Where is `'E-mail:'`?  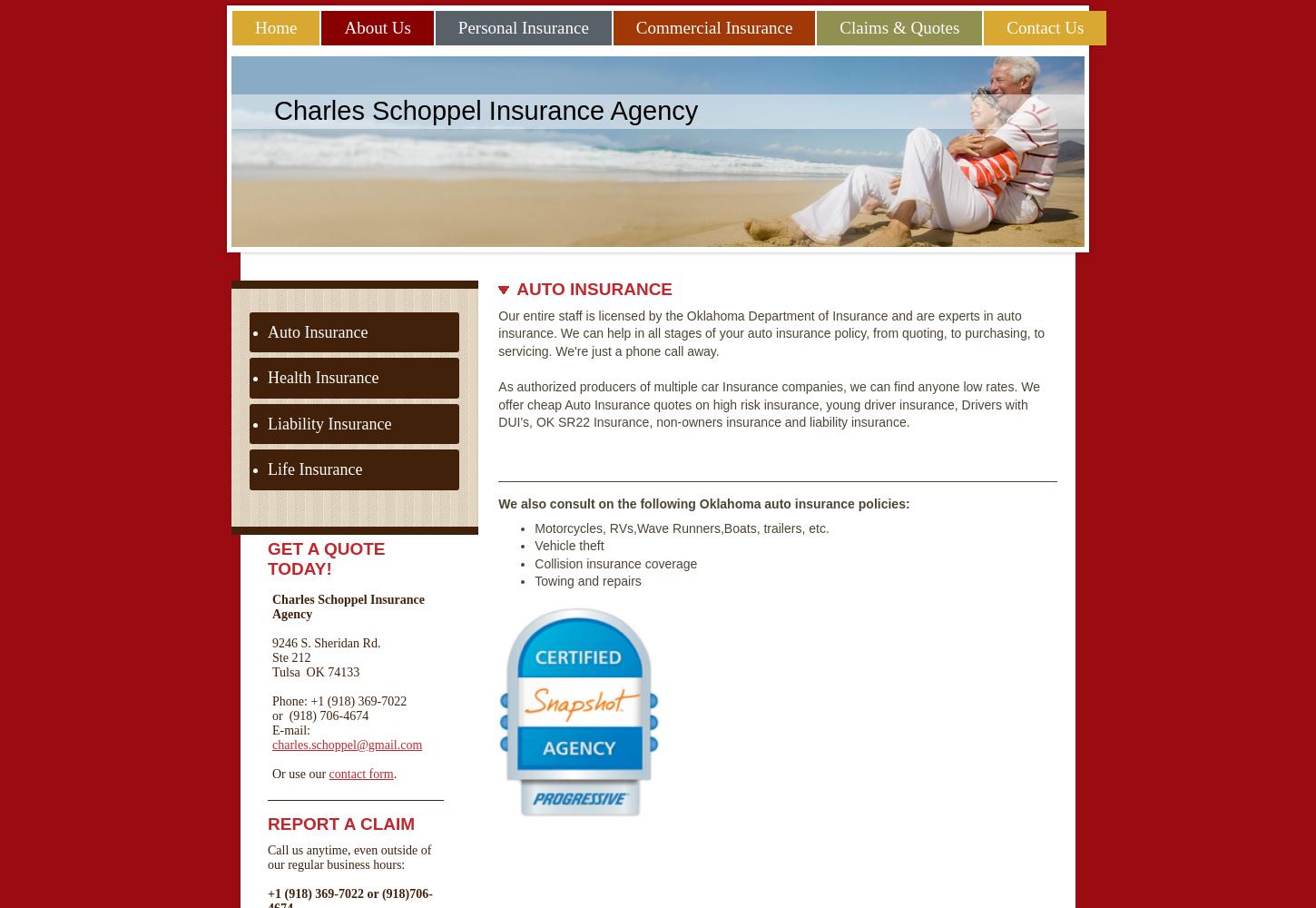 'E-mail:' is located at coordinates (291, 729).